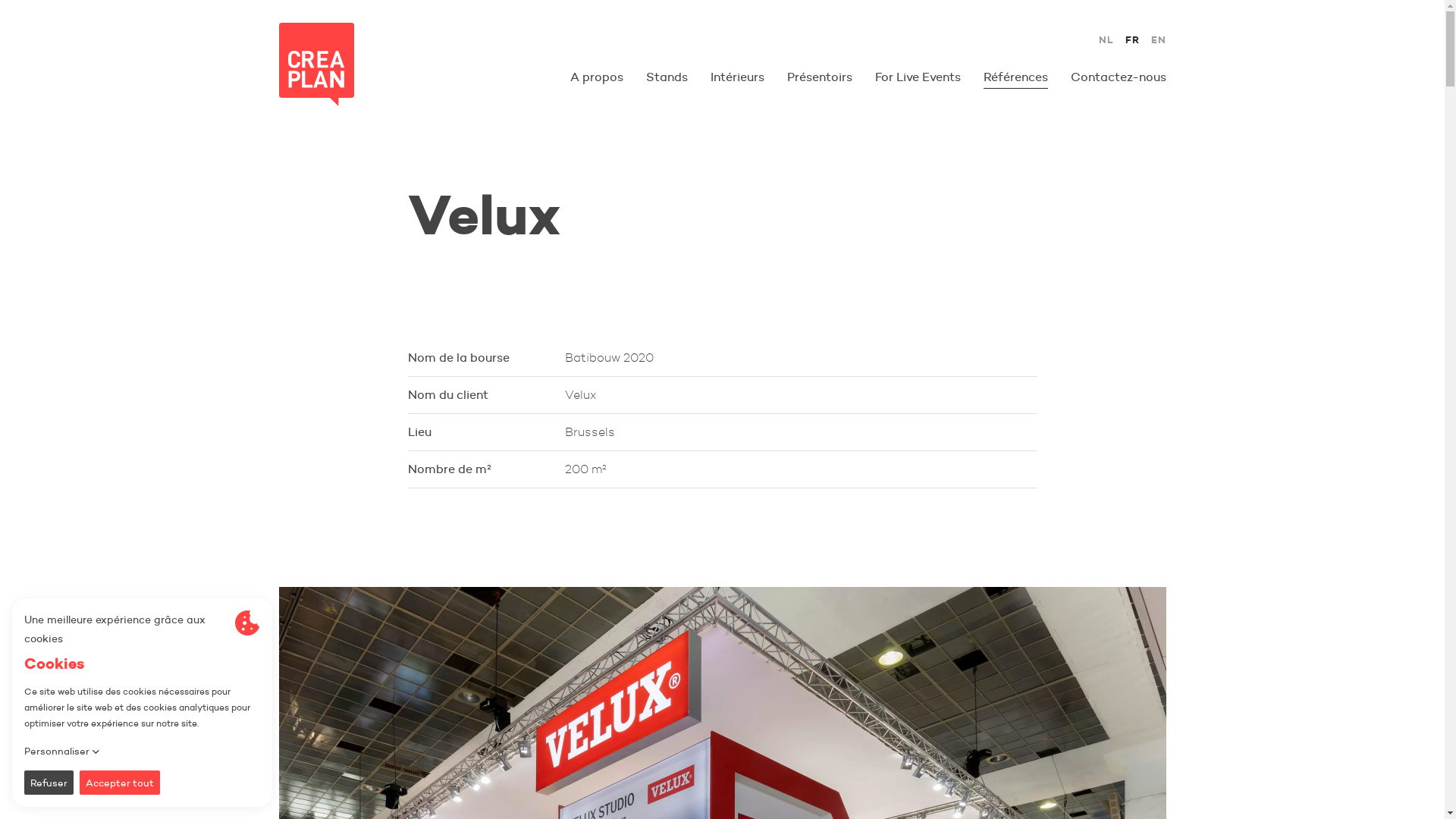 This screenshot has width=1456, height=819. What do you see at coordinates (645, 77) in the screenshot?
I see `'Stands'` at bounding box center [645, 77].